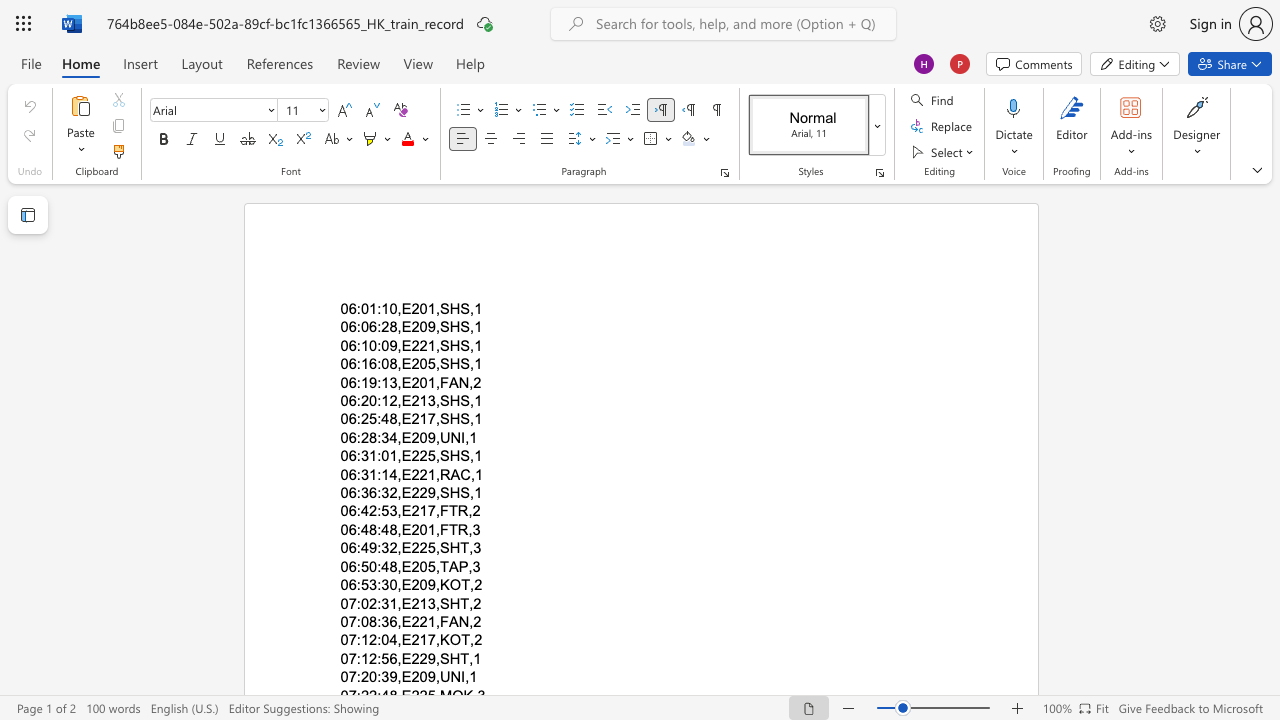 This screenshot has height=720, width=1280. I want to click on the subset text "E225,SH" within the text "06:49:32,E225,SHT,3", so click(400, 548).